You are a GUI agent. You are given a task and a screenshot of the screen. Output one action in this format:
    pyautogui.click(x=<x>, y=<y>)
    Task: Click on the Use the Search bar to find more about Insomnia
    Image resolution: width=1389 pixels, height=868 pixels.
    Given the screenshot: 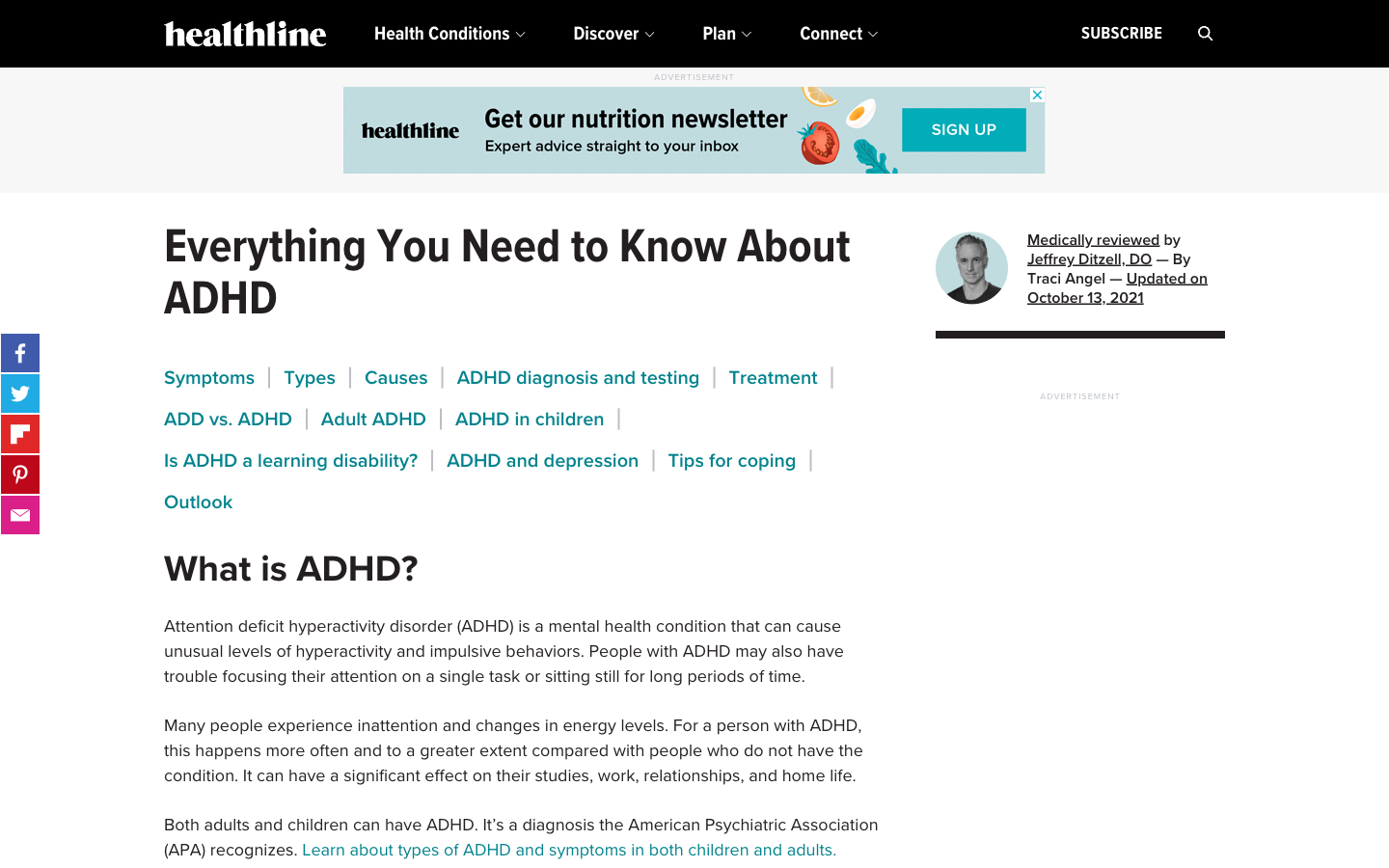 What is the action you would take?
    pyautogui.click(x=1205, y=33)
    